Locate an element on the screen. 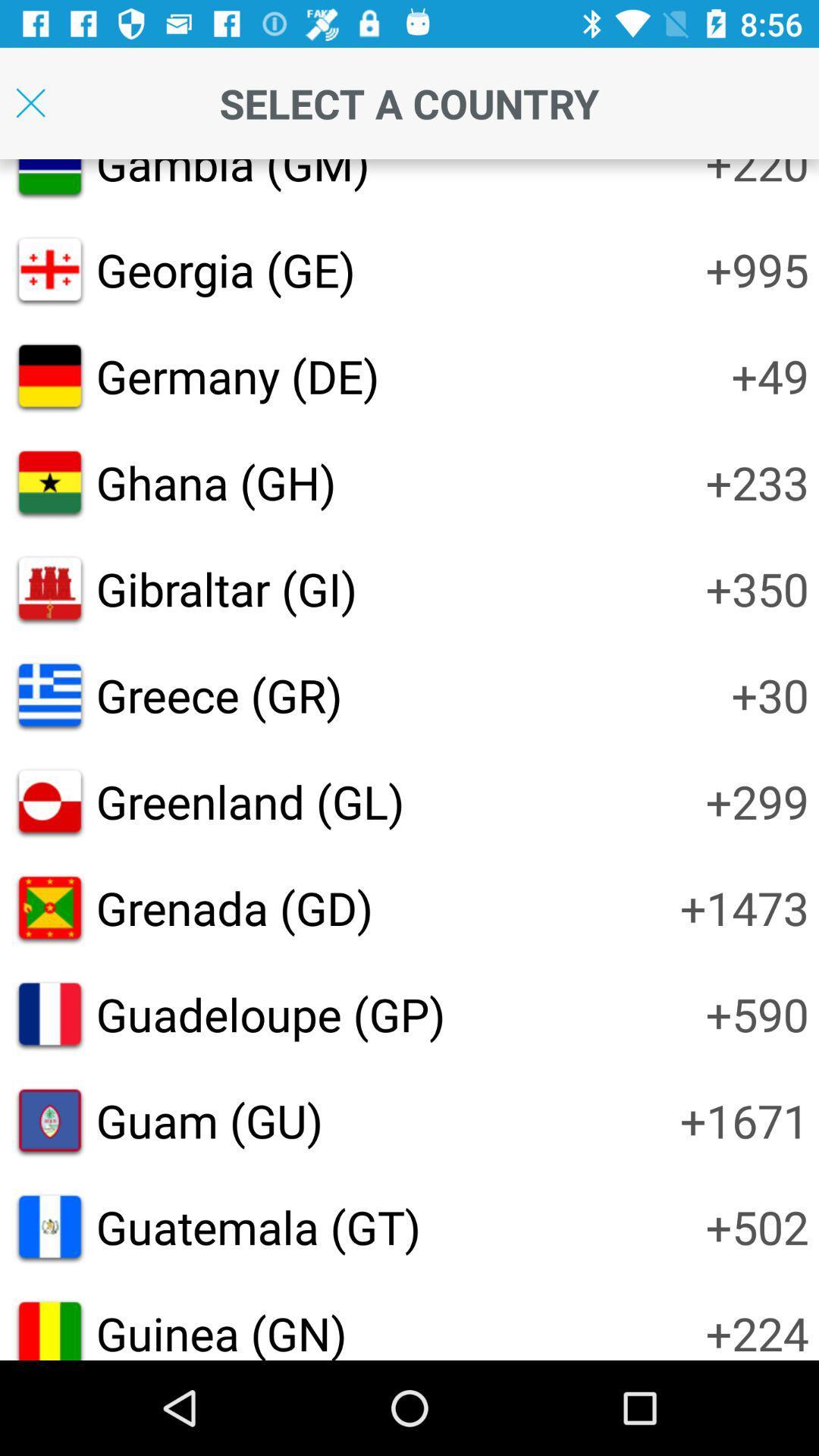 The image size is (819, 1456). the +220 item is located at coordinates (757, 176).